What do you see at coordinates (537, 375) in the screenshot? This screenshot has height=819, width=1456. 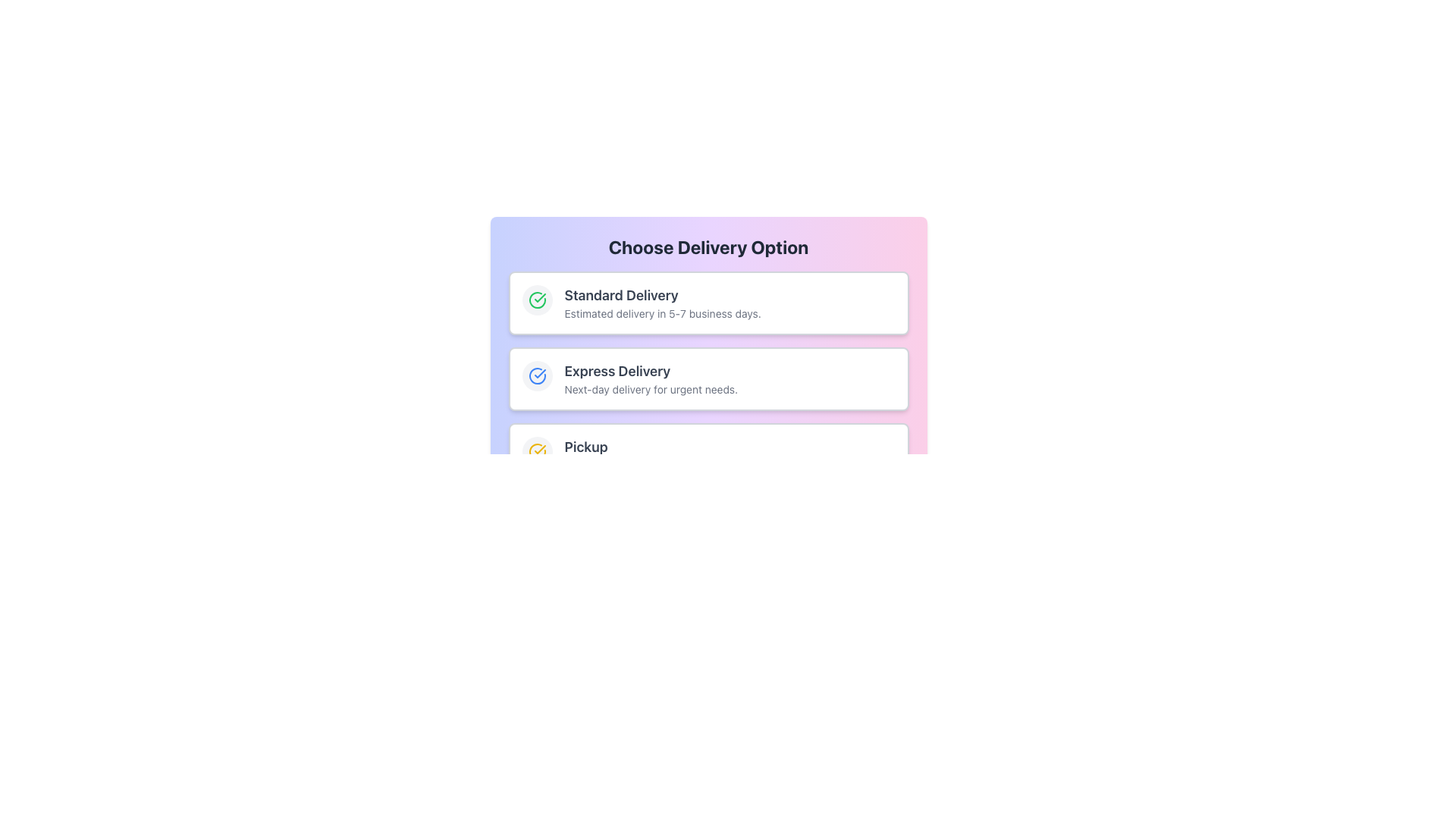 I see `the confirmation marker icon located in the top left corner of the 'Standard Delivery' option box, which indicates that the associated option is selected or approved` at bounding box center [537, 375].